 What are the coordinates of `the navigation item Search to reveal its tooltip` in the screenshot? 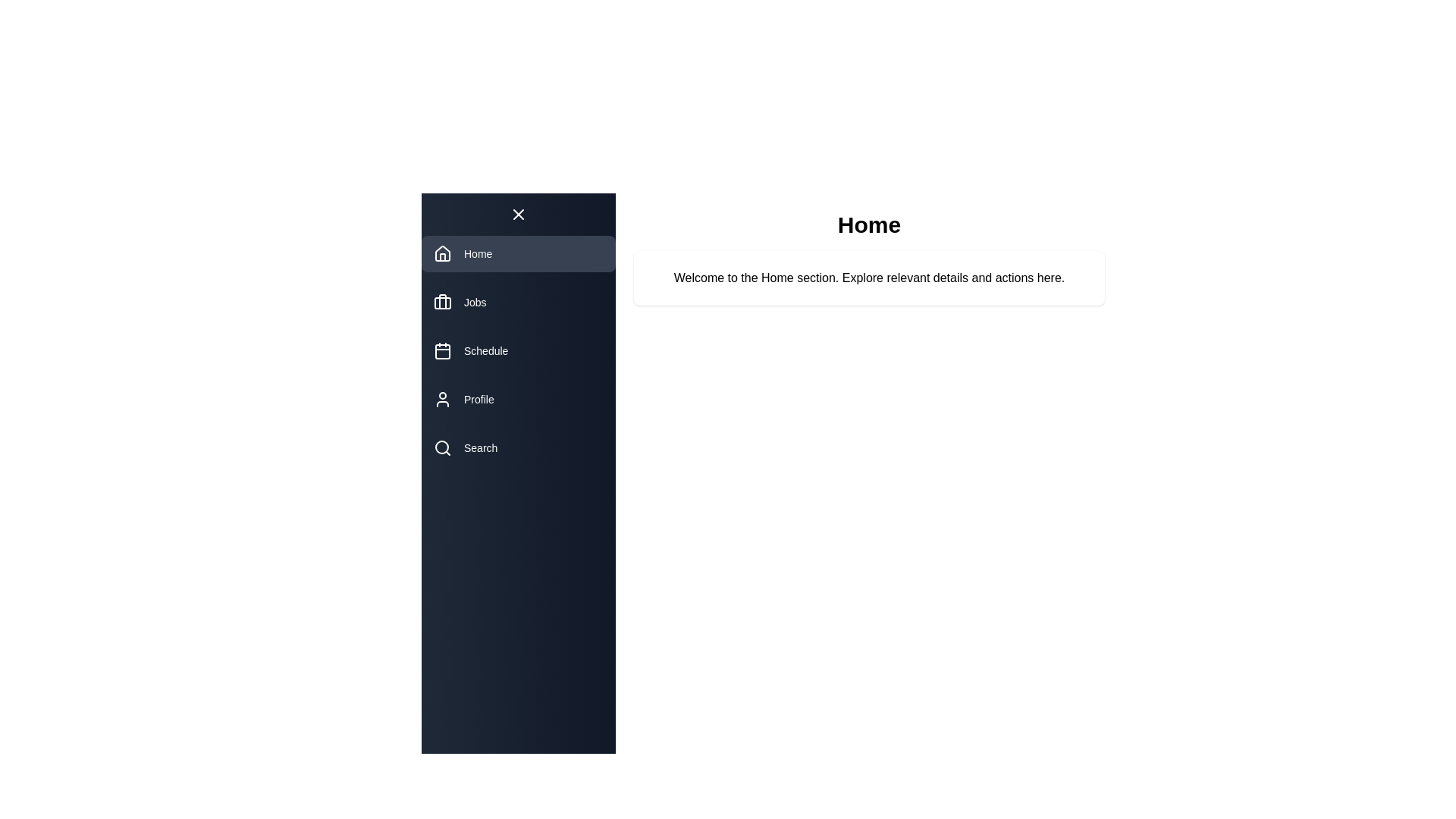 It's located at (519, 447).